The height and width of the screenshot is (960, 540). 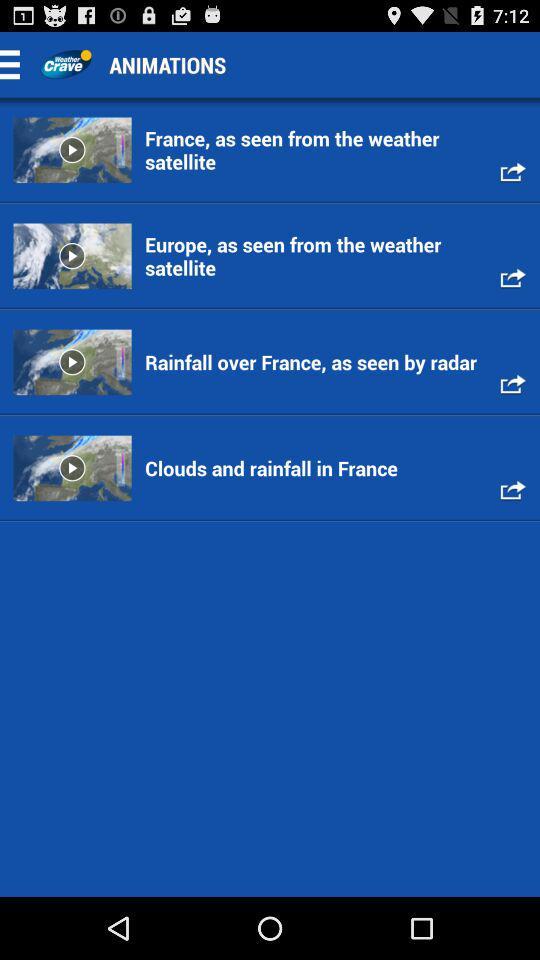 I want to click on access app menu, so click(x=15, y=64).